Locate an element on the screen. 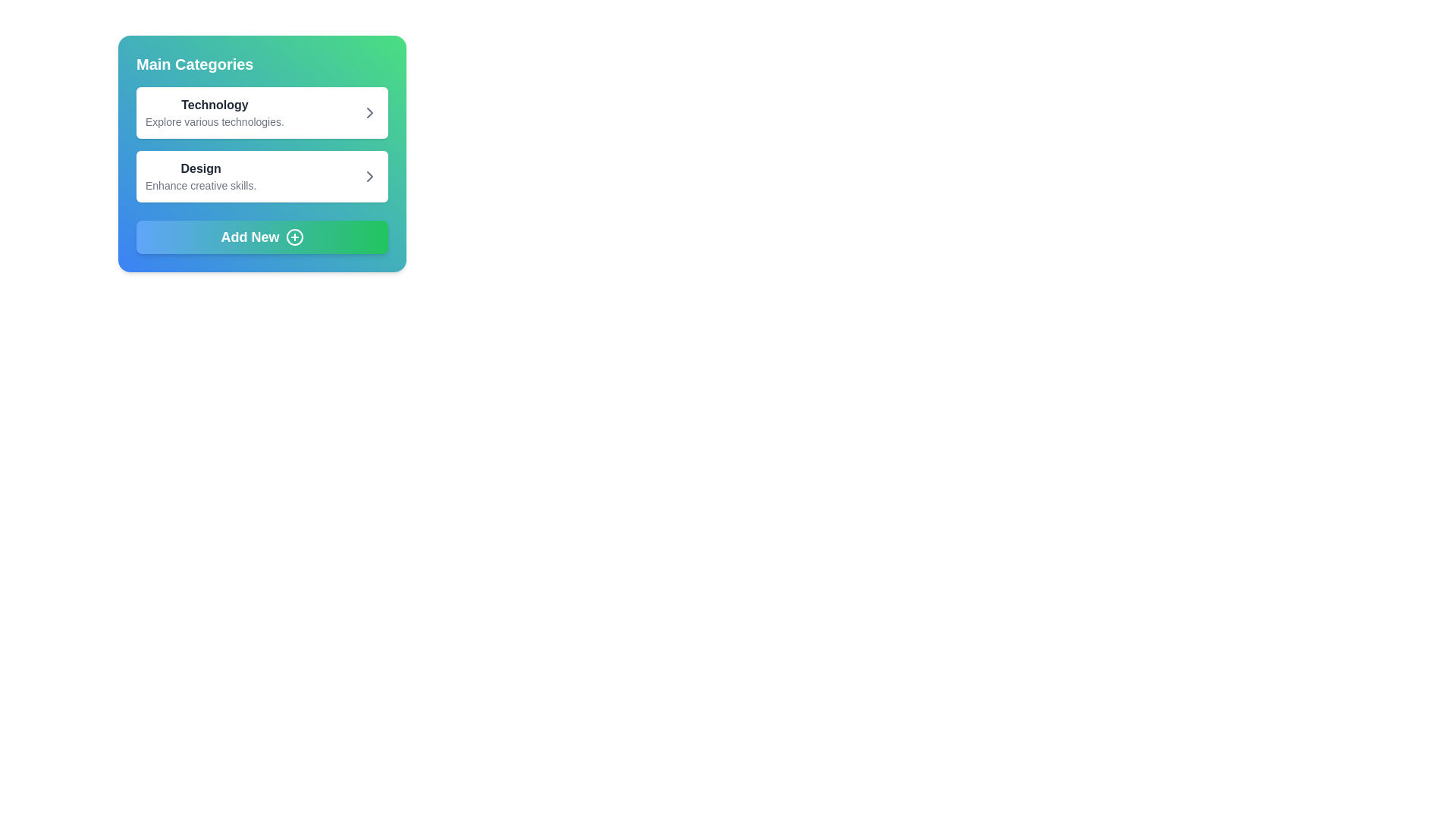 This screenshot has height=819, width=1456. the text component displaying the phrase 'Explore various technologies.' located beneath the 'Technology' text within the card section under the 'Main Categories' heading is located at coordinates (214, 121).